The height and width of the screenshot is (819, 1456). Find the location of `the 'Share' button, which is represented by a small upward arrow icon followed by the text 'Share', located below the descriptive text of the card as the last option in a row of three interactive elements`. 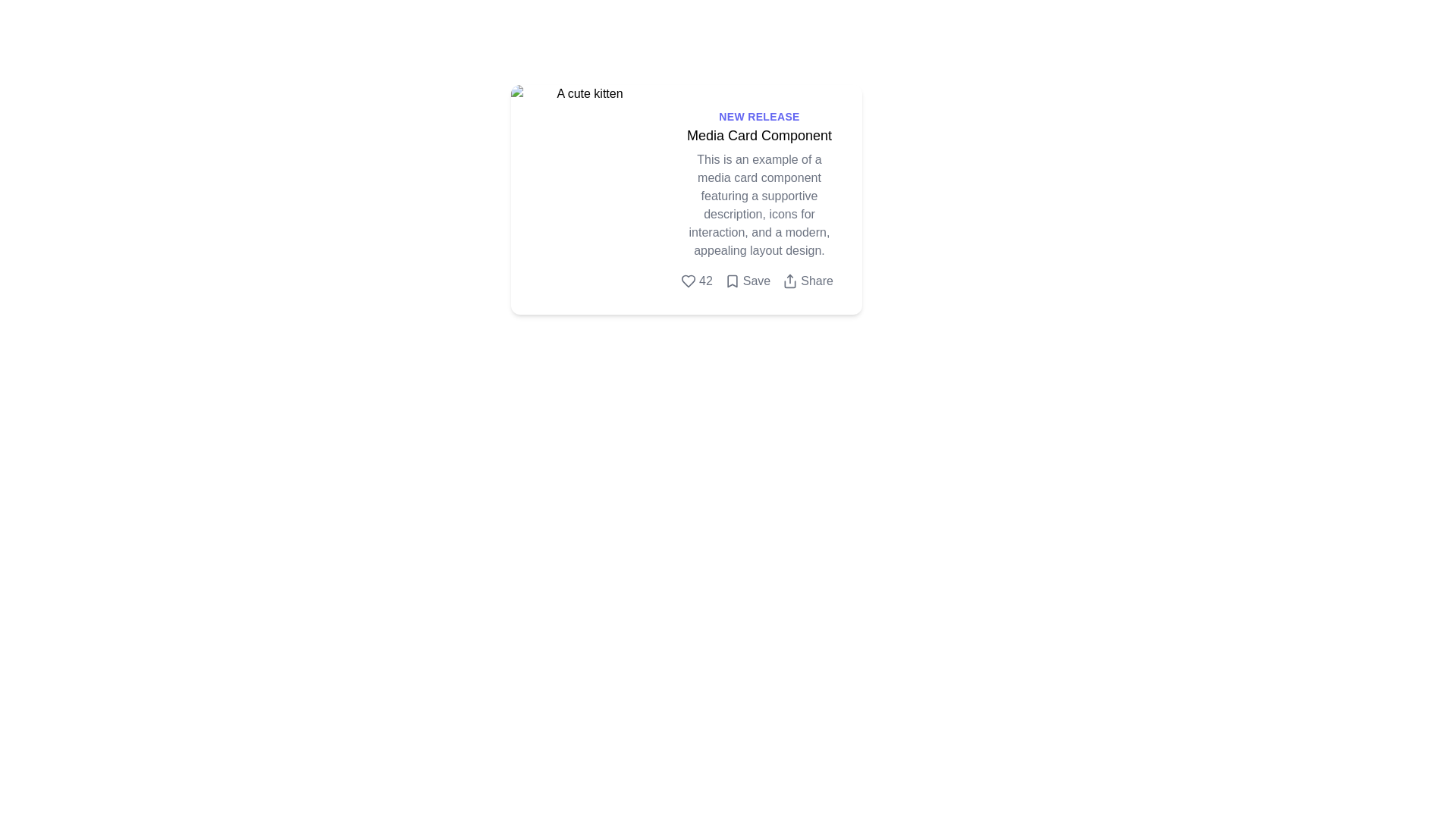

the 'Share' button, which is represented by a small upward arrow icon followed by the text 'Share', located below the descriptive text of the card as the last option in a row of three interactive elements is located at coordinates (807, 281).